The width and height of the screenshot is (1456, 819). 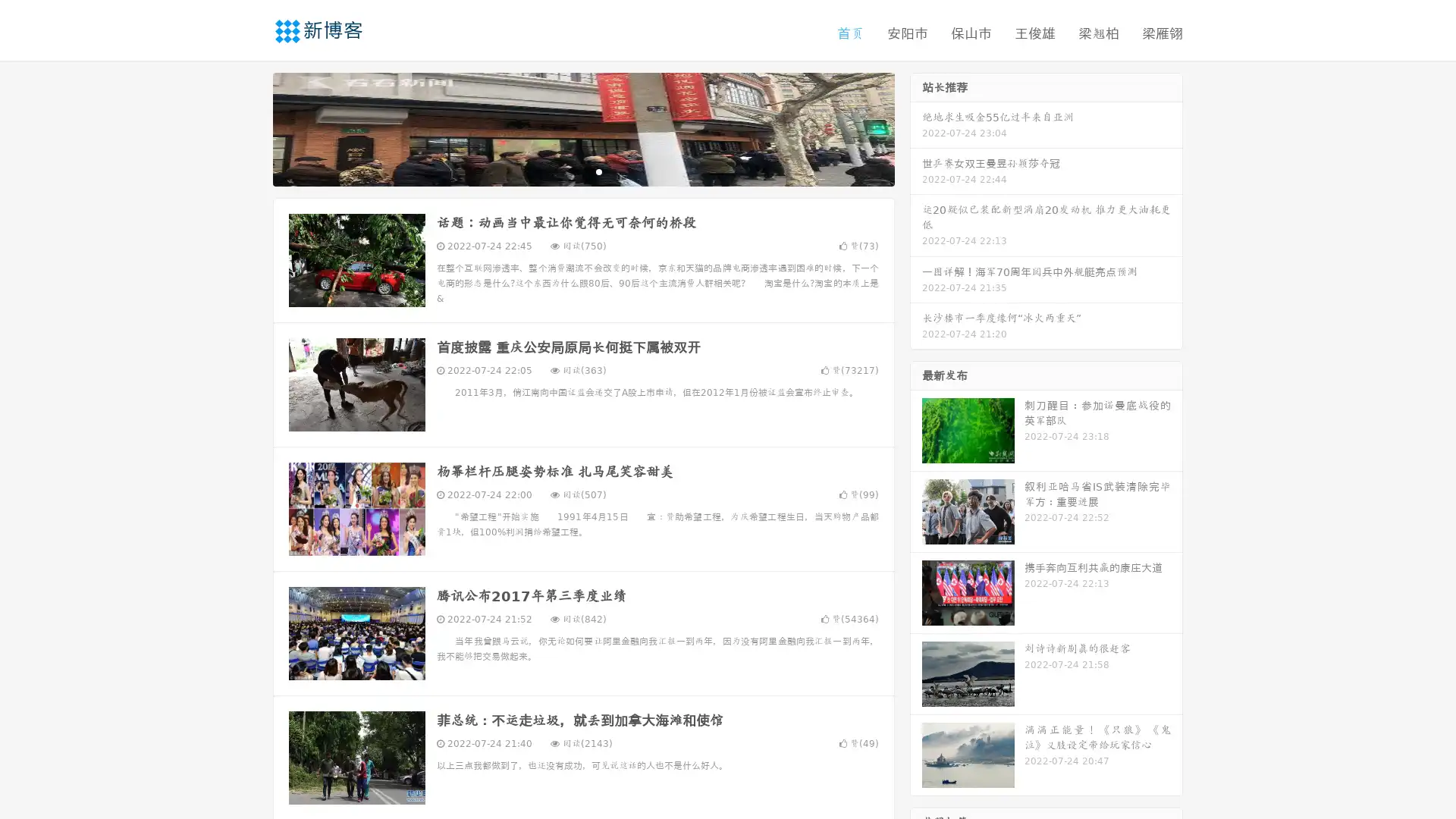 What do you see at coordinates (582, 171) in the screenshot?
I see `Go to slide 2` at bounding box center [582, 171].